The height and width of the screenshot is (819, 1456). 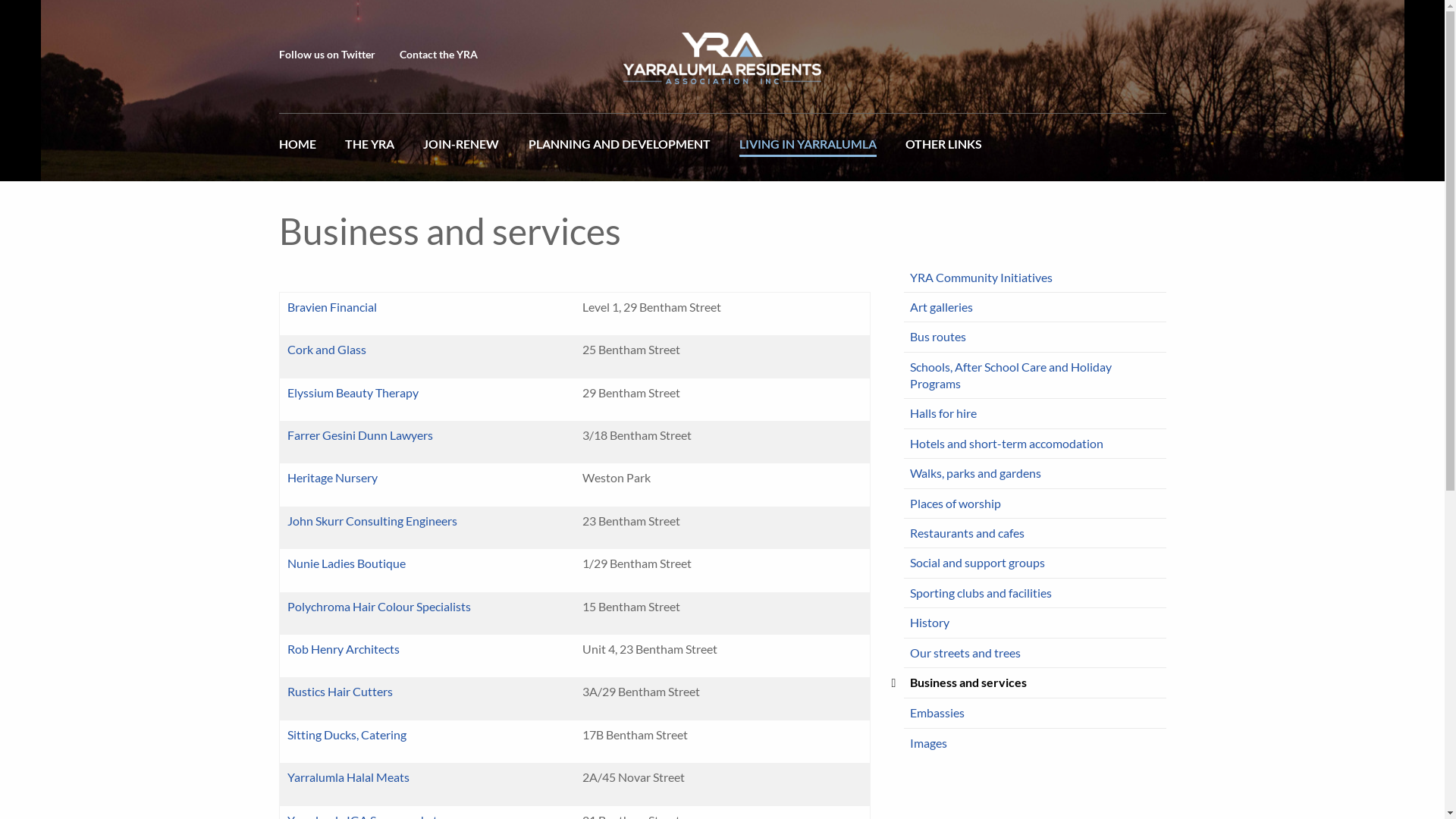 I want to click on 'Sporting clubs and facilities', so click(x=903, y=592).